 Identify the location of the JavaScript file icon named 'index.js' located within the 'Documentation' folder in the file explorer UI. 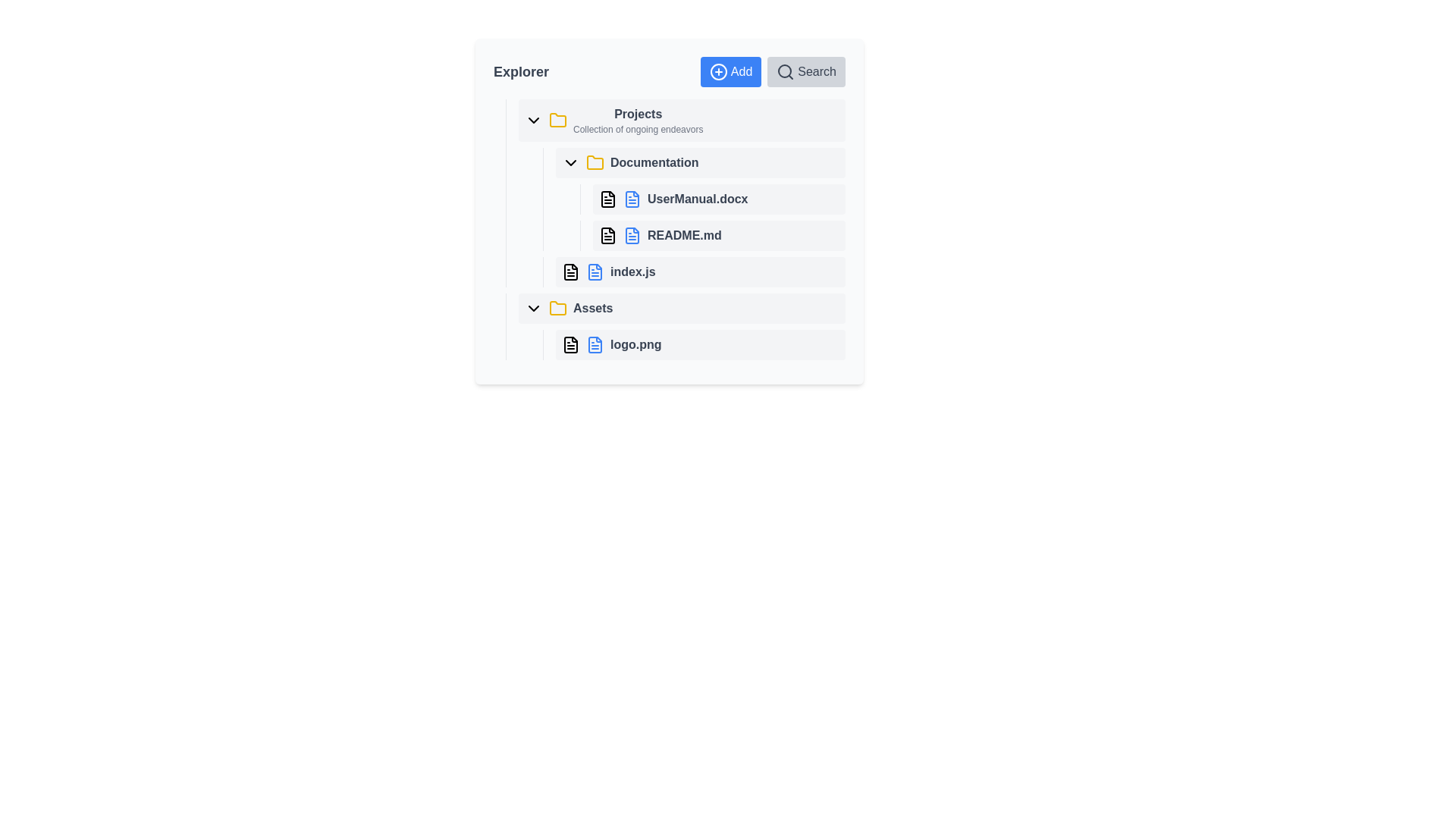
(570, 271).